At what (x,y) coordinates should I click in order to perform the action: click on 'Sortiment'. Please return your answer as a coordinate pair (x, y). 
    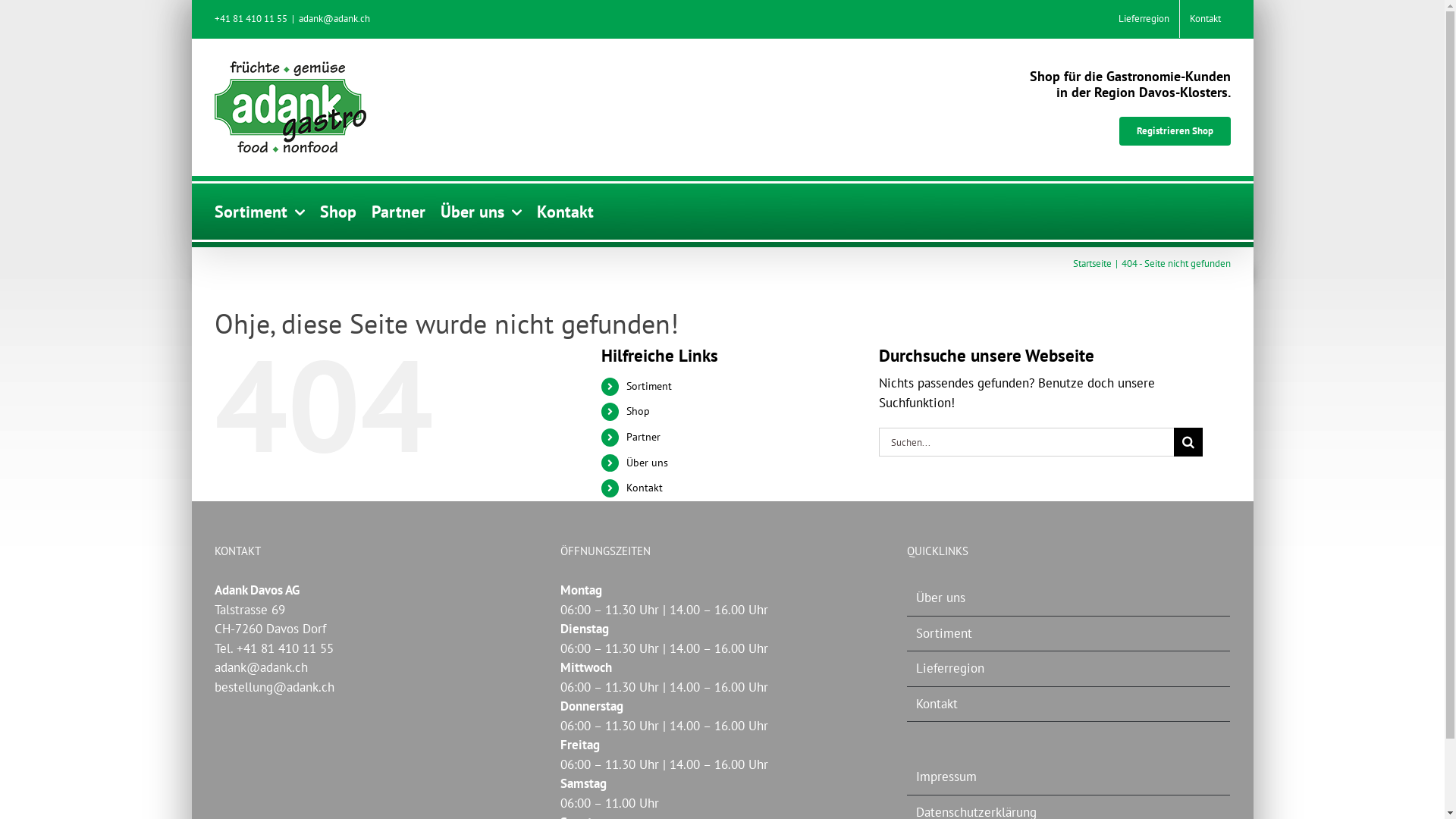
    Looking at the image, I should click on (648, 385).